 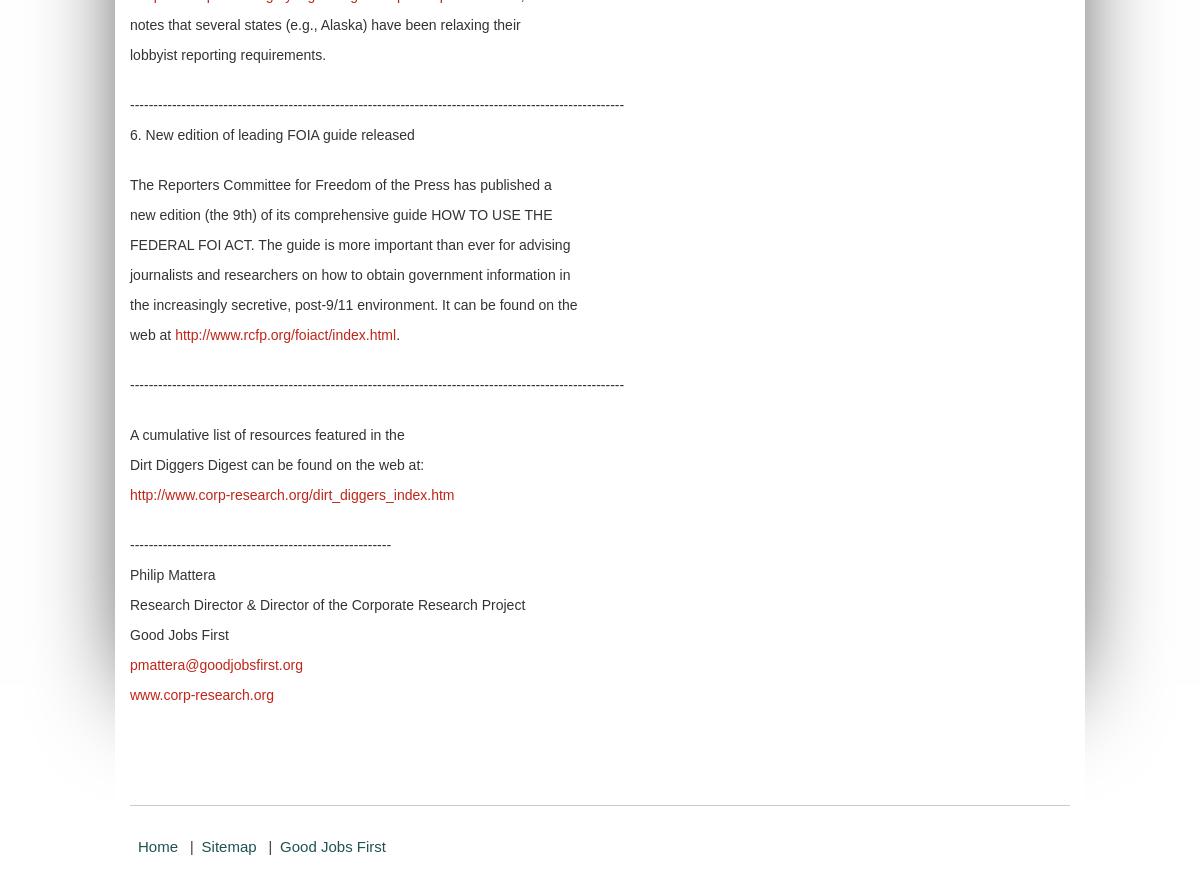 What do you see at coordinates (341, 213) in the screenshot?
I see `'new edition (the 9th) of its comprehensive guide HOW TO USE THE'` at bounding box center [341, 213].